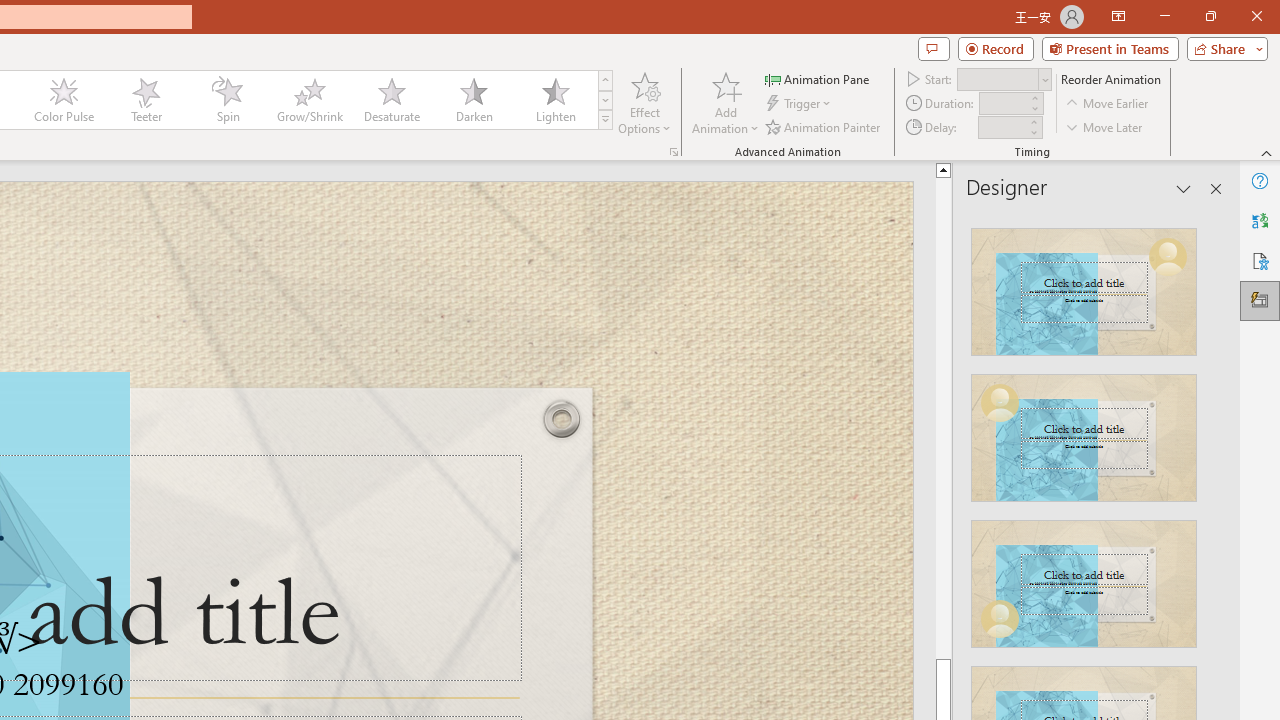 The height and width of the screenshot is (720, 1280). I want to click on 'Color Pulse', so click(64, 100).